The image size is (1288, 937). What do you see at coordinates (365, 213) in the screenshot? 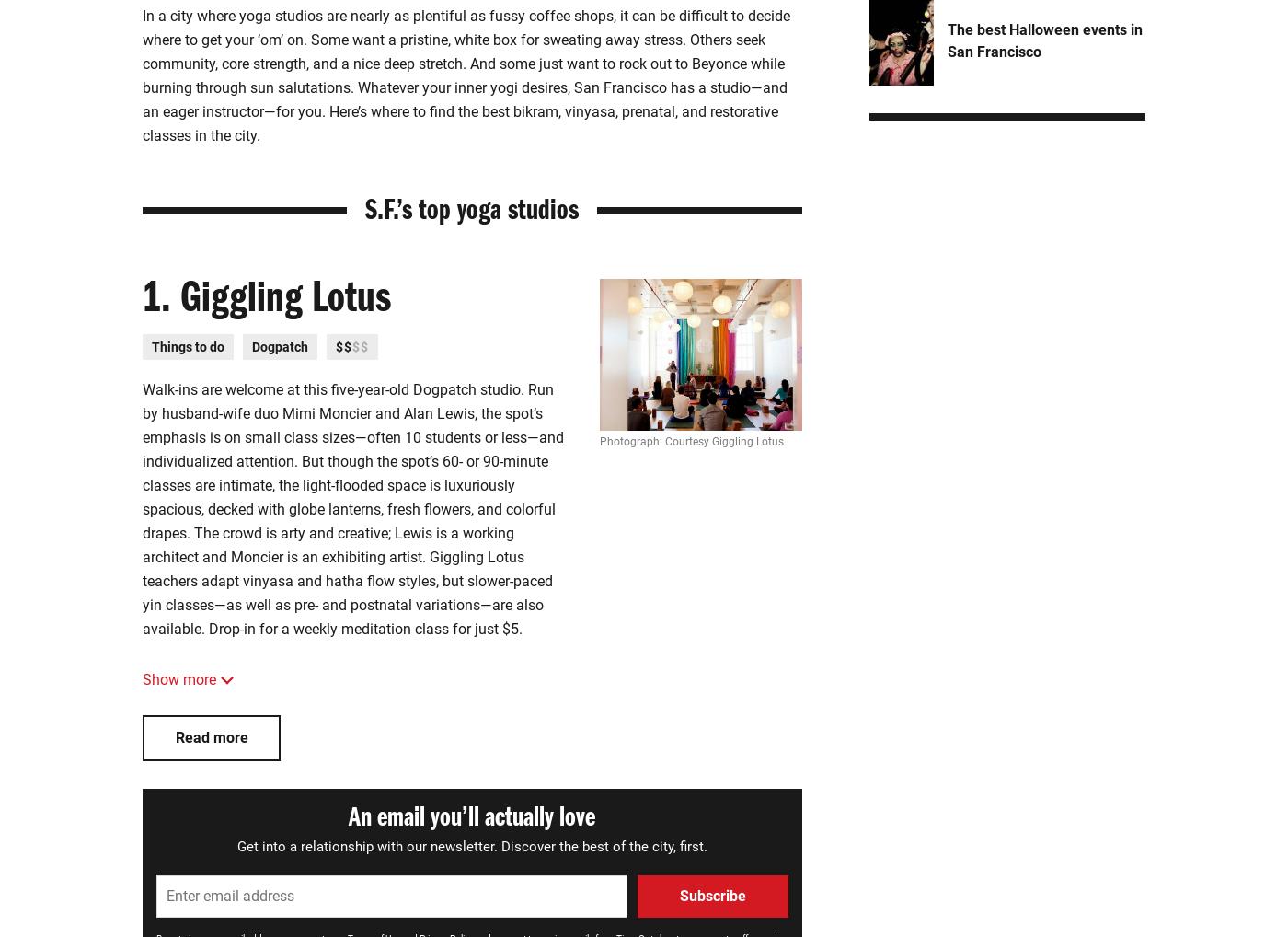
I see `'S.F.’s top yoga studios'` at bounding box center [365, 213].